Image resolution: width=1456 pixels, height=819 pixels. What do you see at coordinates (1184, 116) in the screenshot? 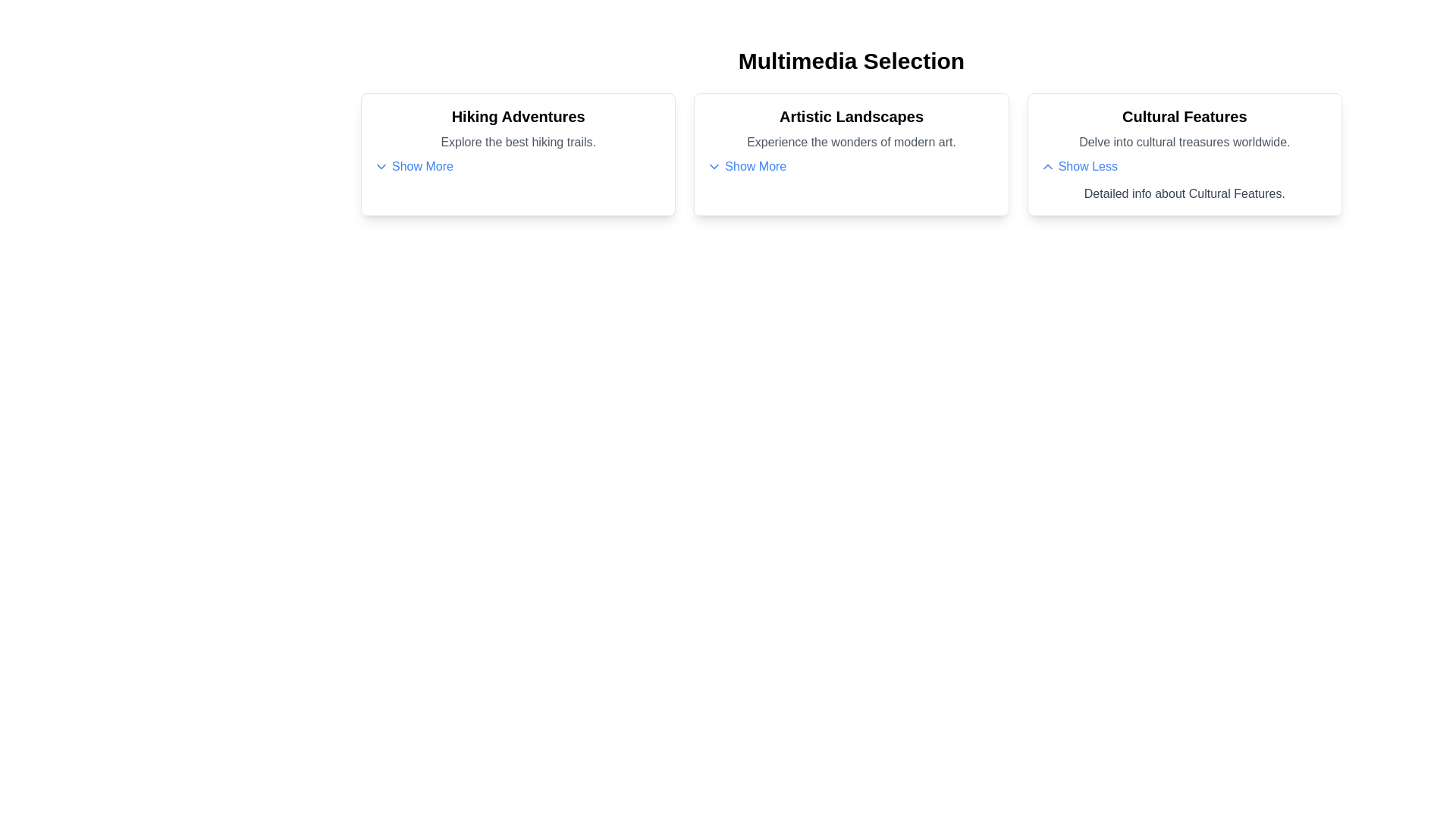
I see `the text content of the card titled Cultural Features` at bounding box center [1184, 116].